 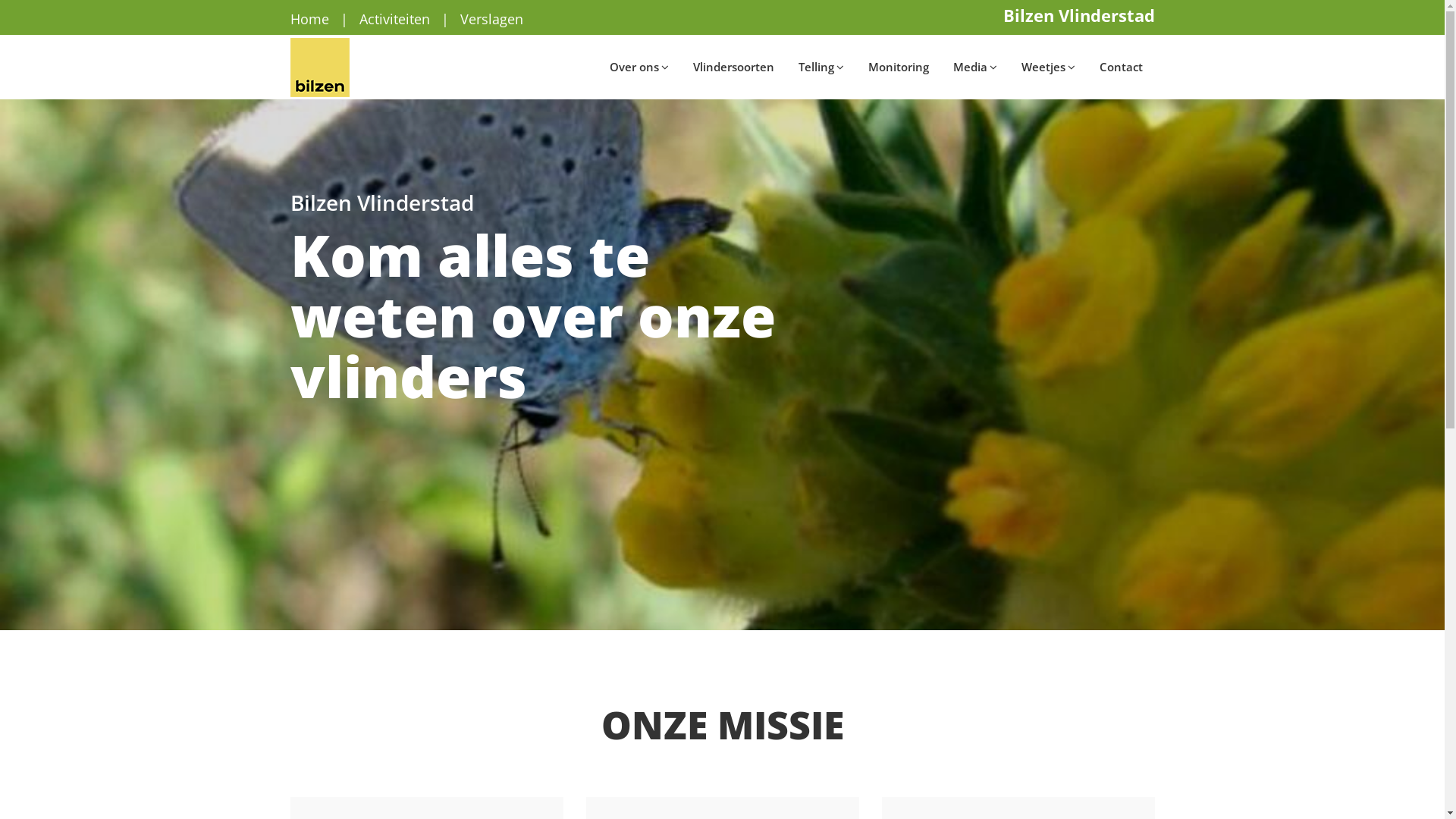 What do you see at coordinates (733, 66) in the screenshot?
I see `'Vlindersoorten'` at bounding box center [733, 66].